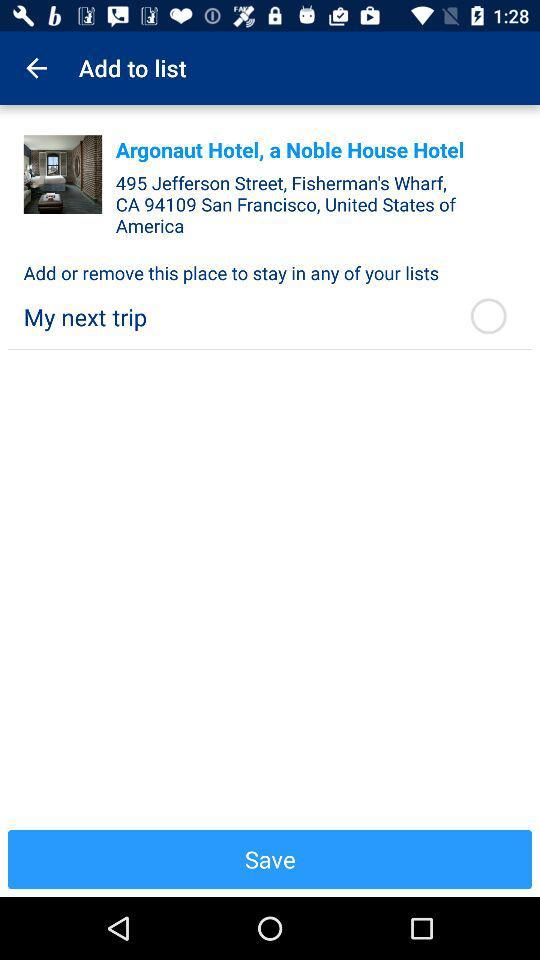 The height and width of the screenshot is (960, 540). What do you see at coordinates (36, 68) in the screenshot?
I see `item to the left of add to list app` at bounding box center [36, 68].